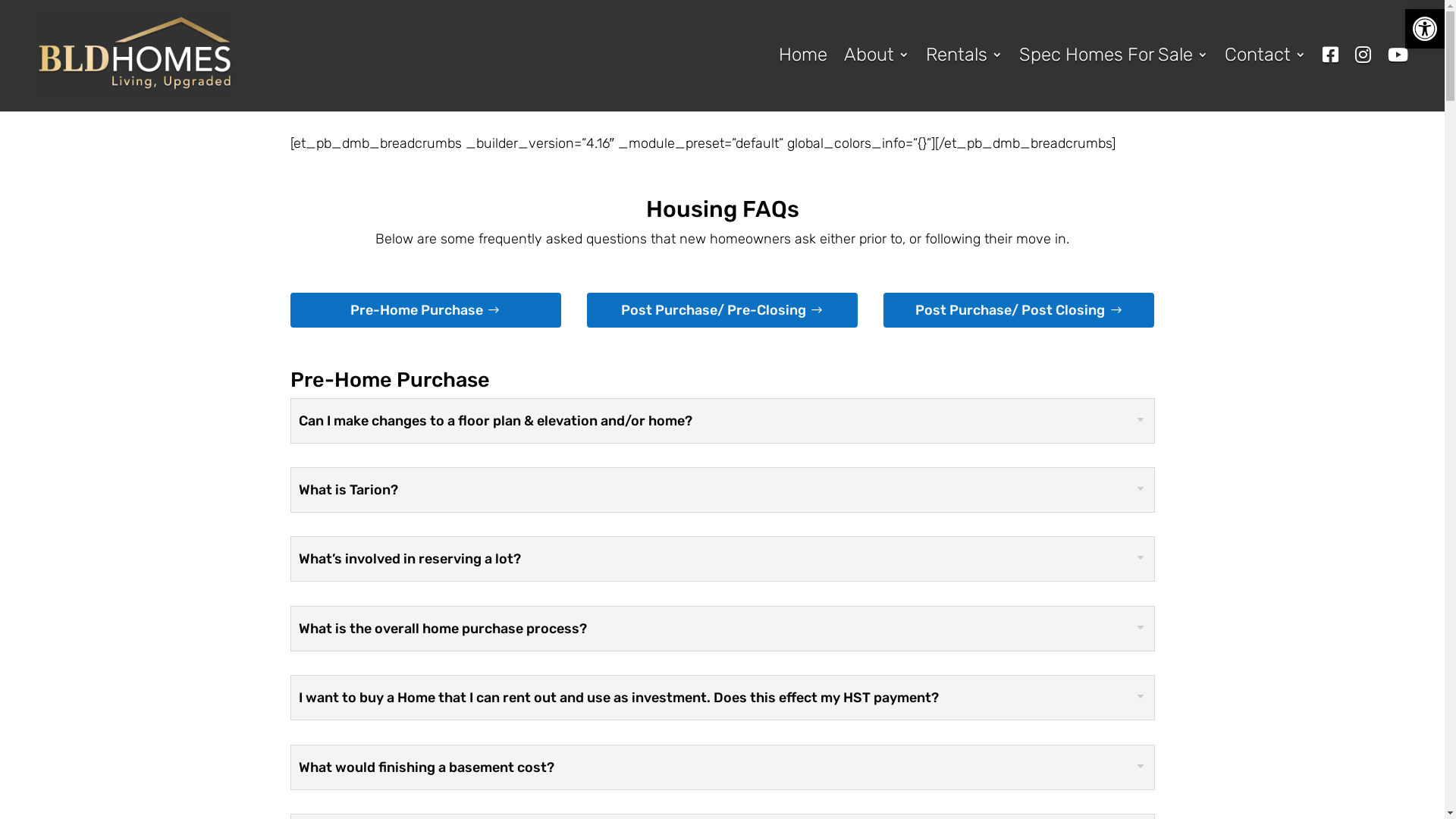 The width and height of the screenshot is (1456, 819). What do you see at coordinates (1329, 54) in the screenshot?
I see `'Facebook'` at bounding box center [1329, 54].